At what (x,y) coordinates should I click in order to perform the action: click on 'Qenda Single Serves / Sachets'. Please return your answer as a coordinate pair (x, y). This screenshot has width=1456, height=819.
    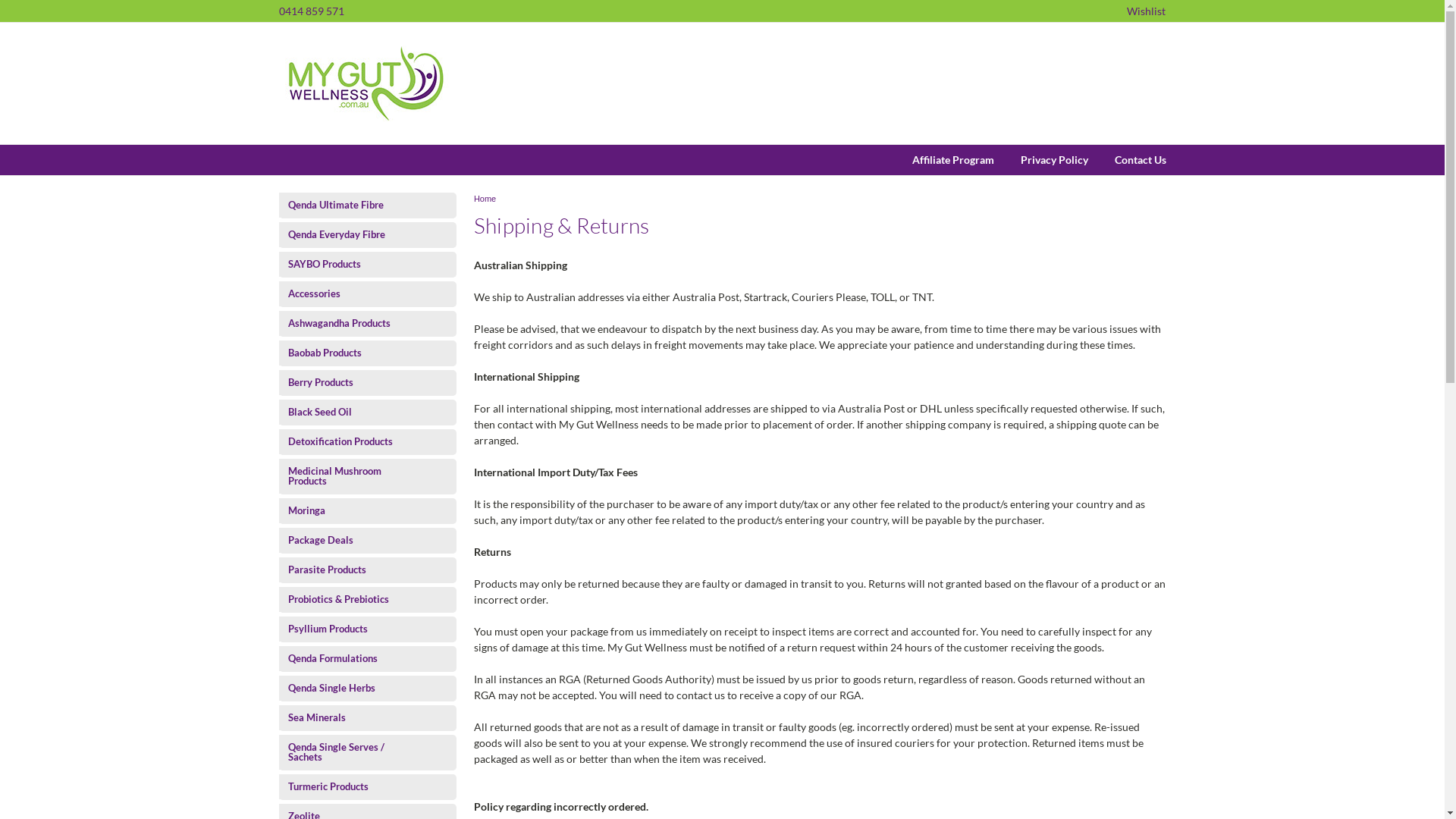
    Looking at the image, I should click on (353, 752).